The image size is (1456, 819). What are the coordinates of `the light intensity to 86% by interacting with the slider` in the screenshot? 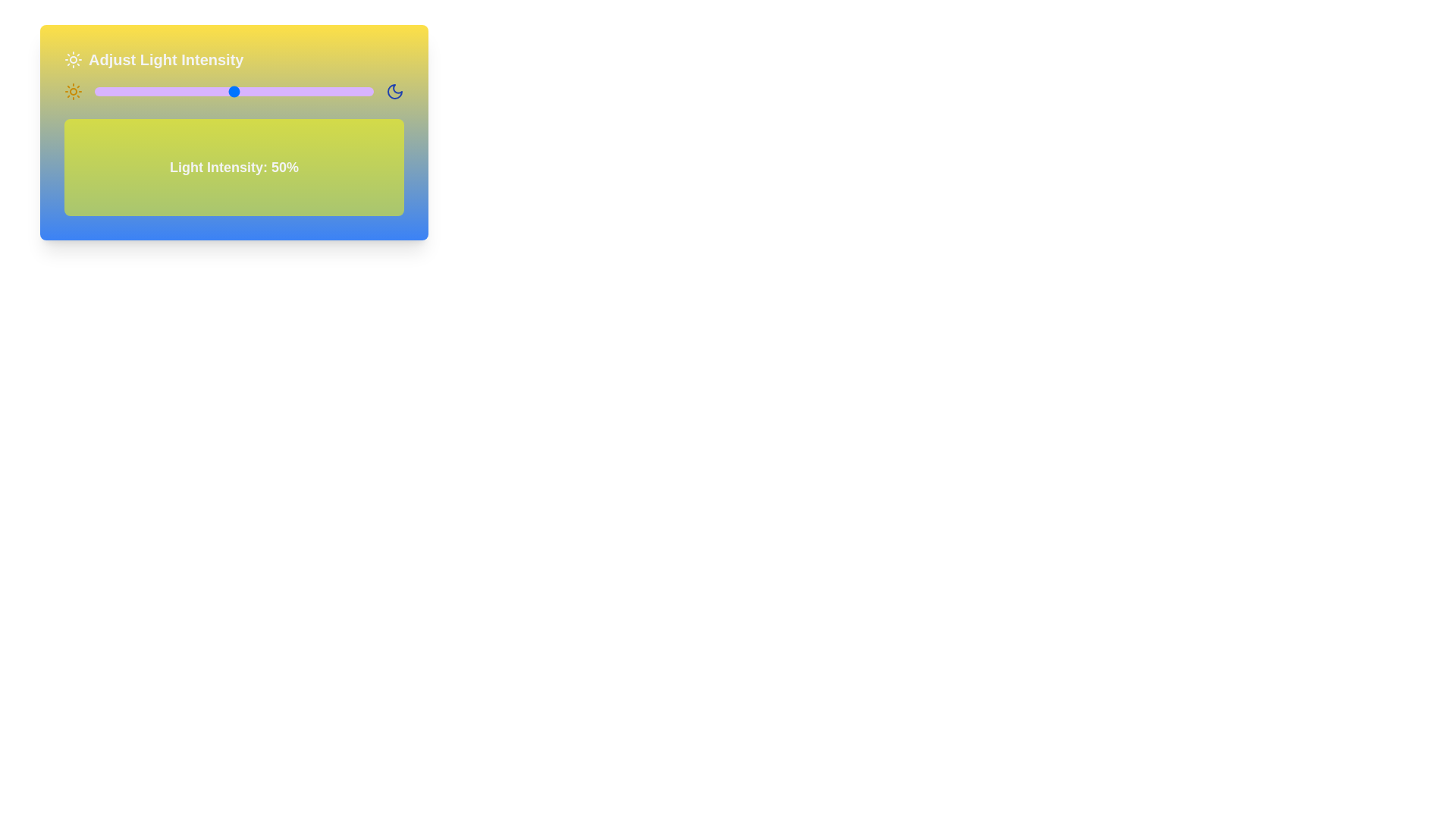 It's located at (334, 91).